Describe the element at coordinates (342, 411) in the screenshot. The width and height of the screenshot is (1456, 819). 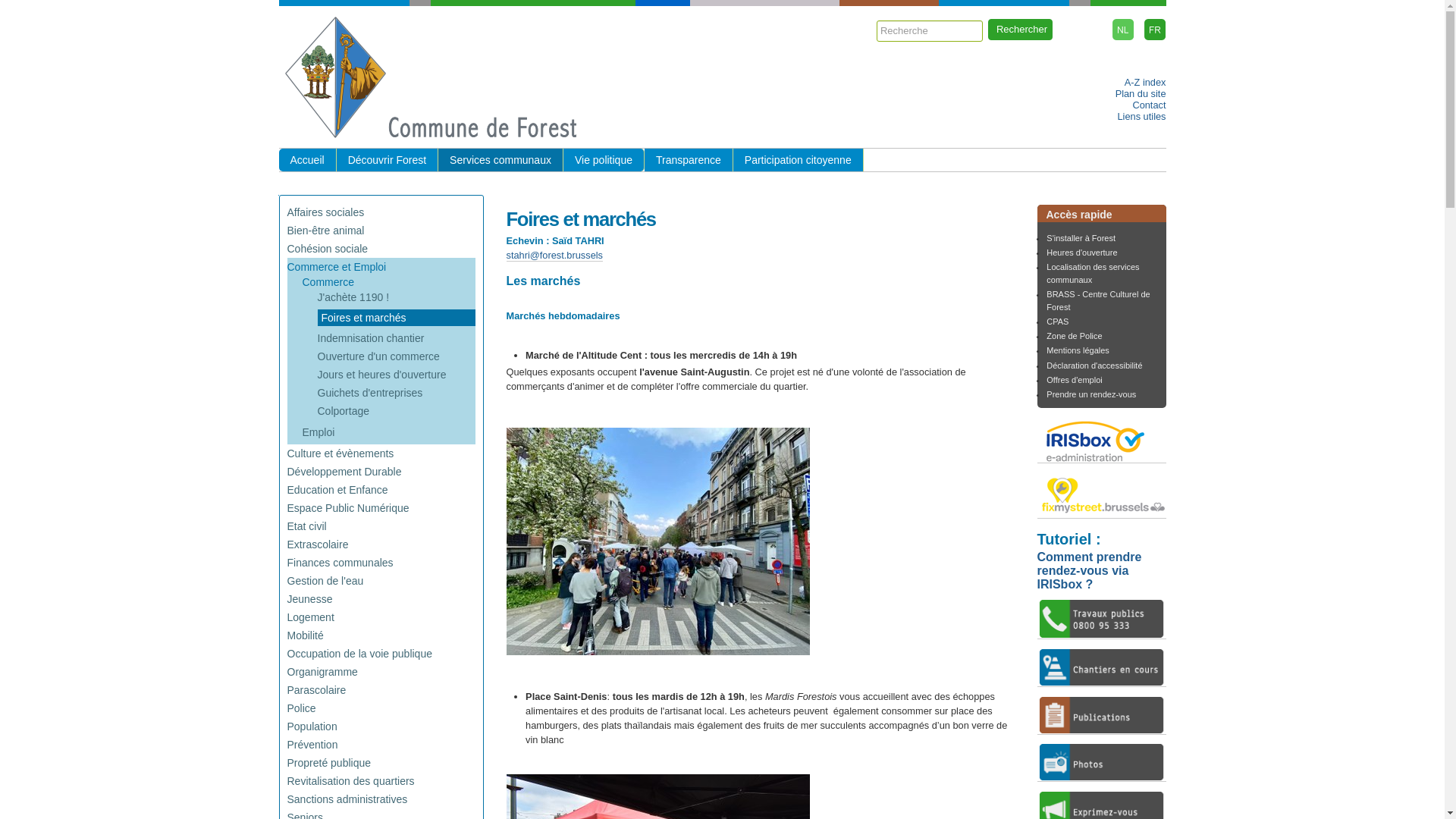
I see `'Colportage'` at that location.